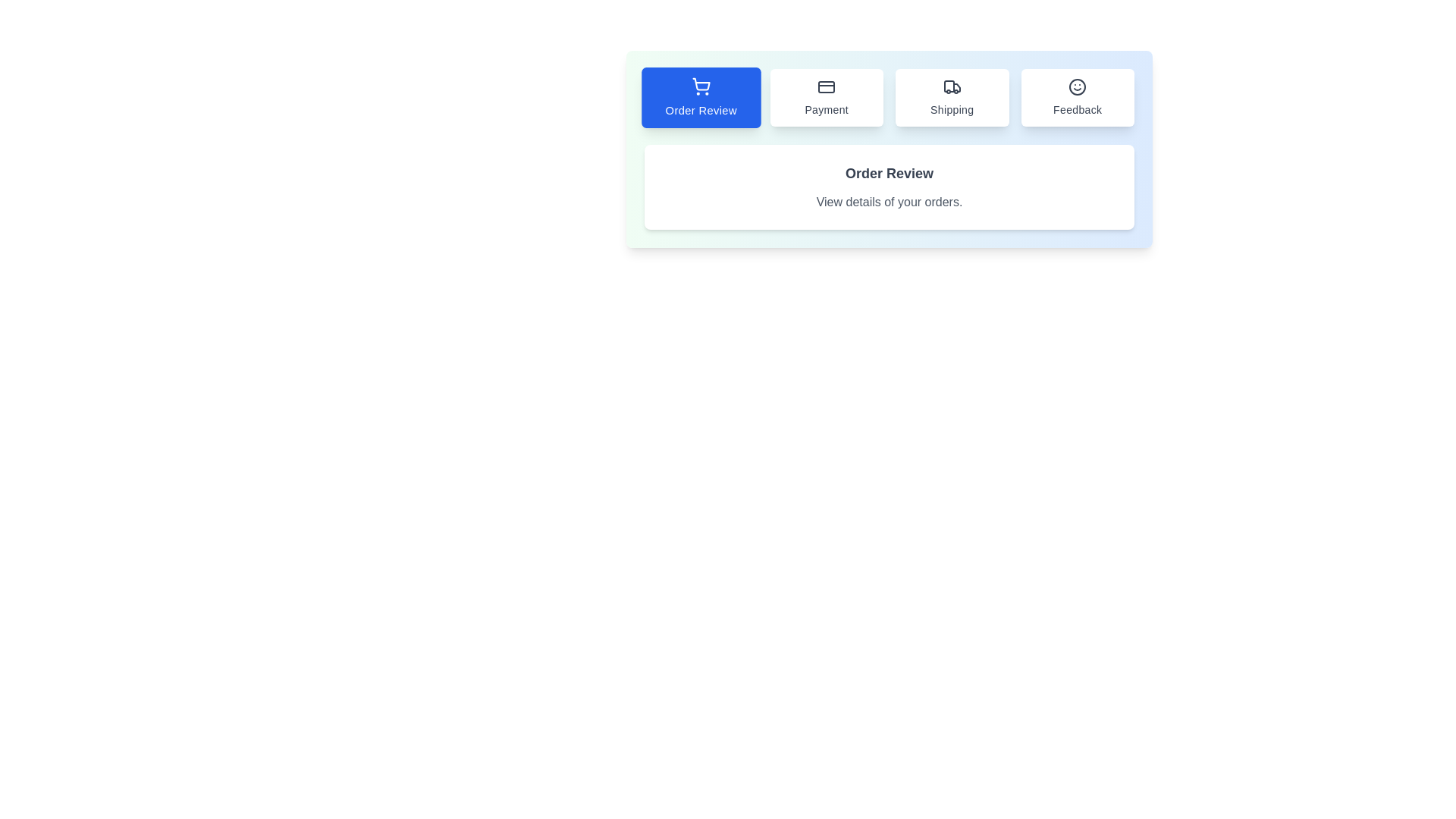  What do you see at coordinates (1077, 87) in the screenshot?
I see `visual enhancement icon located at the center of the Feedback button, which is the fourth button in the top row of the interface tabs` at bounding box center [1077, 87].